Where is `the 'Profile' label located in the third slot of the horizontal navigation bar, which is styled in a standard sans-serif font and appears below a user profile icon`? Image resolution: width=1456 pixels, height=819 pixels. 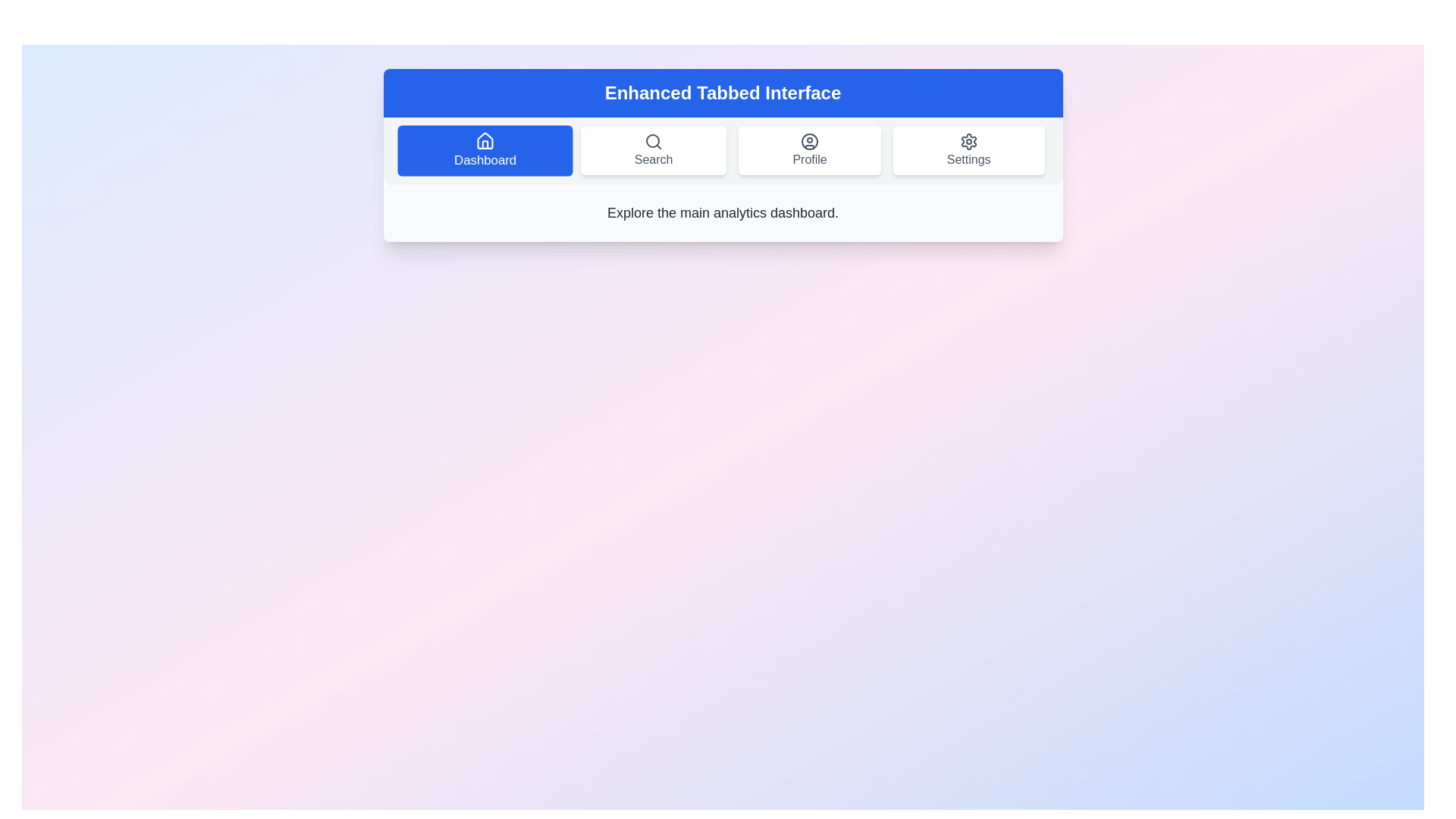
the 'Profile' label located in the third slot of the horizontal navigation bar, which is styled in a standard sans-serif font and appears below a user profile icon is located at coordinates (809, 160).